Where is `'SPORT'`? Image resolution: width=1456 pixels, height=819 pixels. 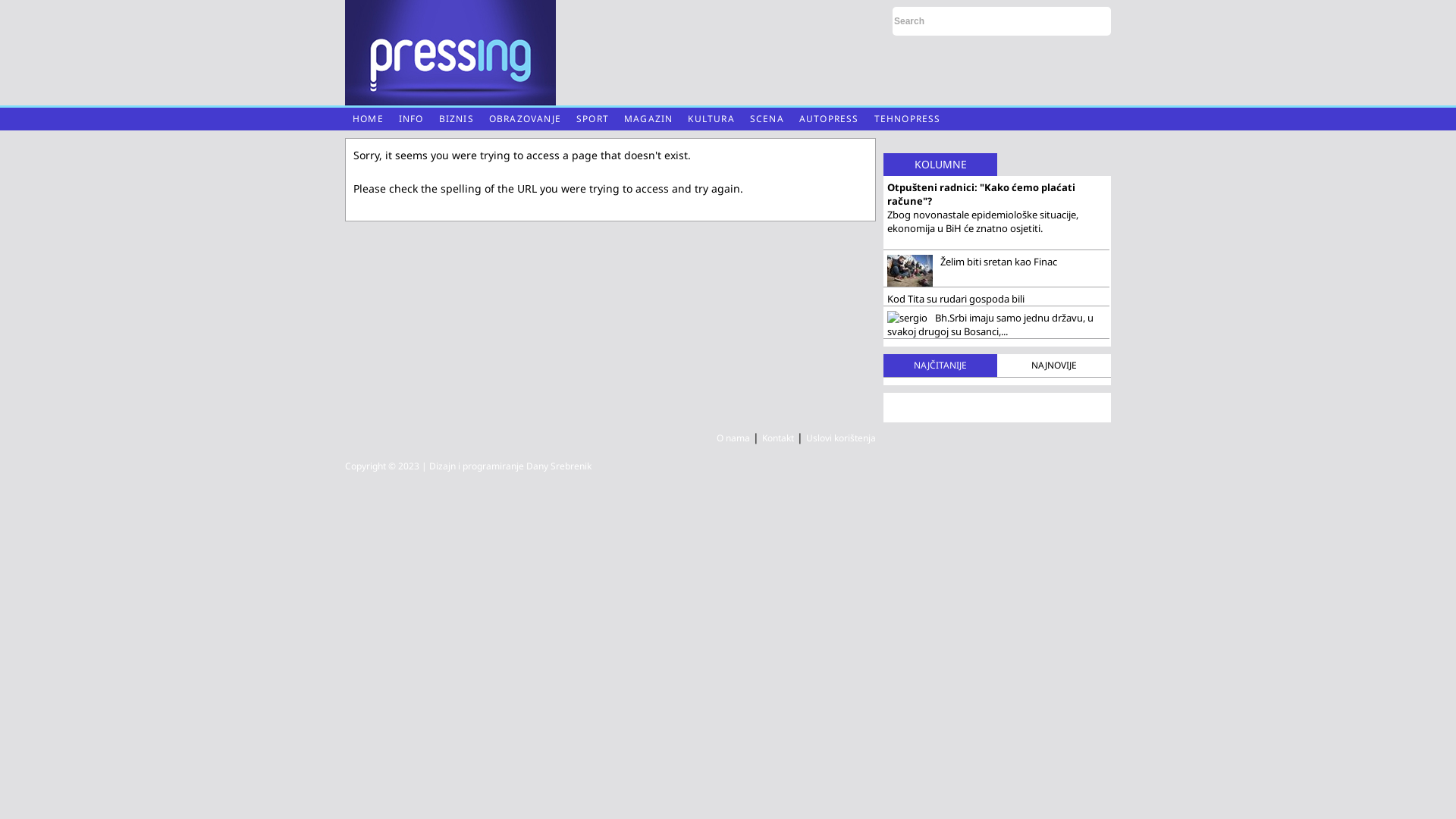 'SPORT' is located at coordinates (591, 118).